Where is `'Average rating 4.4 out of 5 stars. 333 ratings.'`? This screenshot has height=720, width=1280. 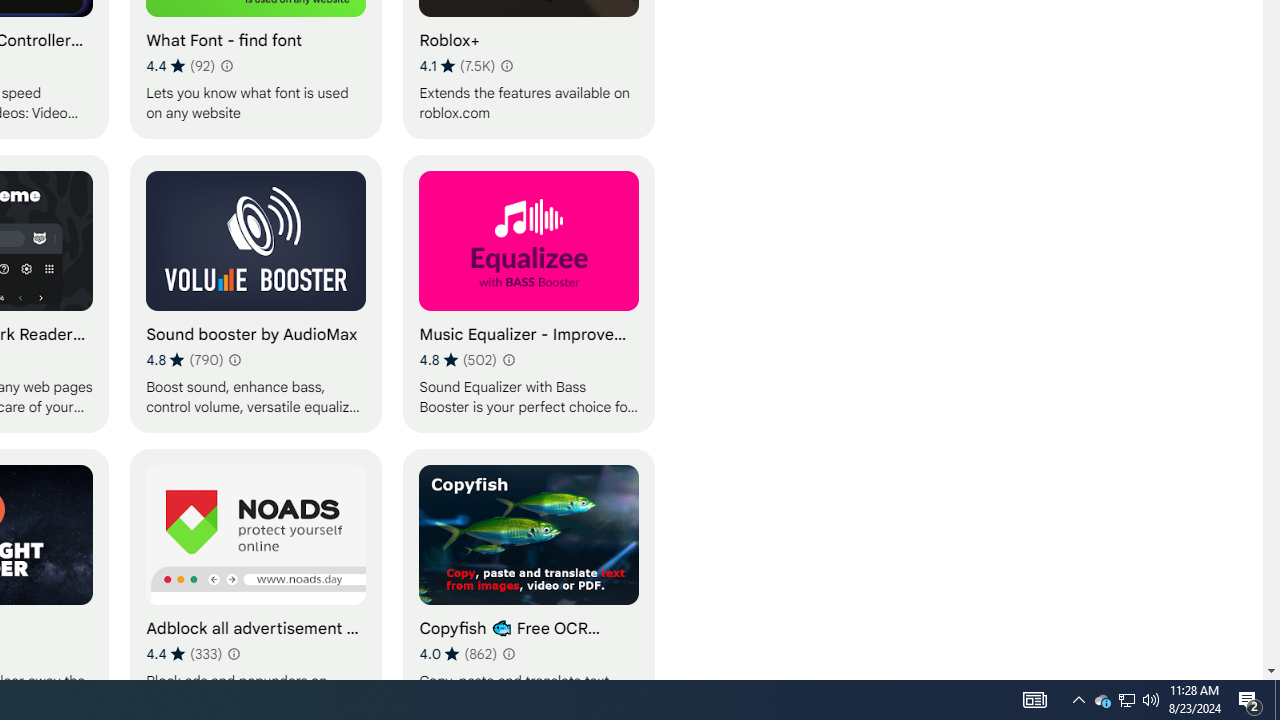 'Average rating 4.4 out of 5 stars. 333 ratings.' is located at coordinates (184, 653).